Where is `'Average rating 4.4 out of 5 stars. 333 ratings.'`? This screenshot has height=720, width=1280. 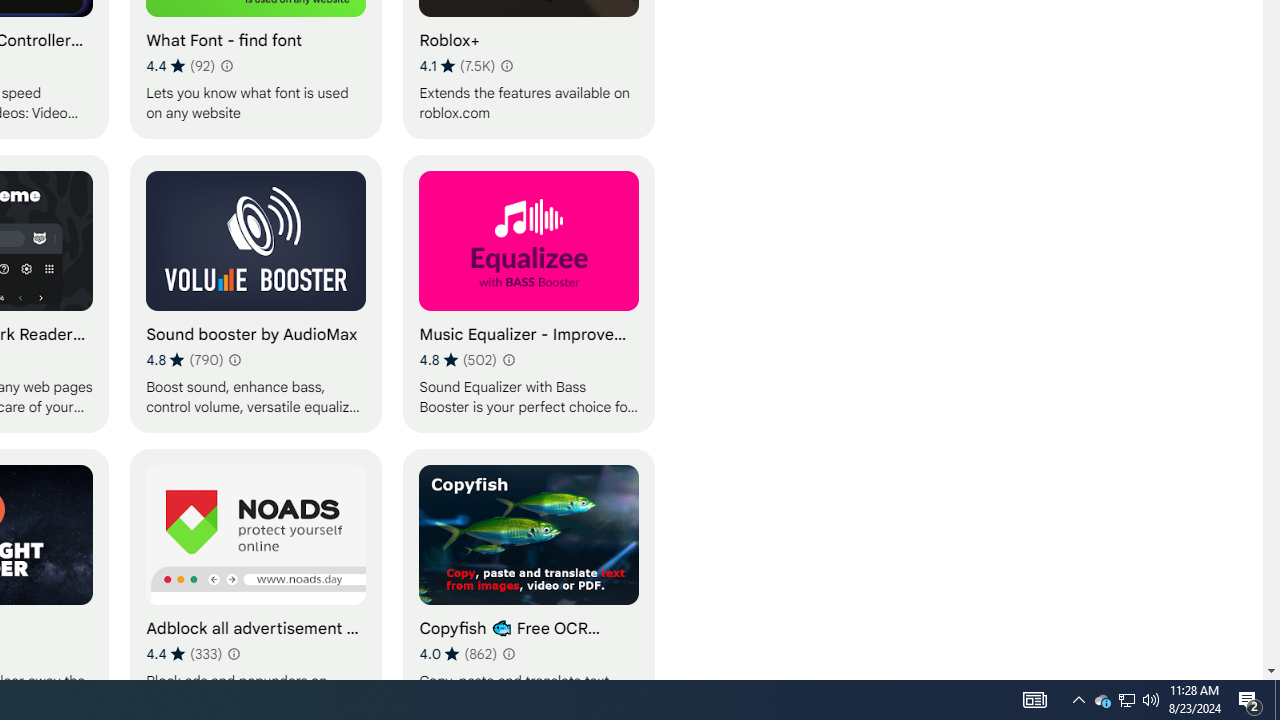 'Average rating 4.4 out of 5 stars. 333 ratings.' is located at coordinates (184, 653).